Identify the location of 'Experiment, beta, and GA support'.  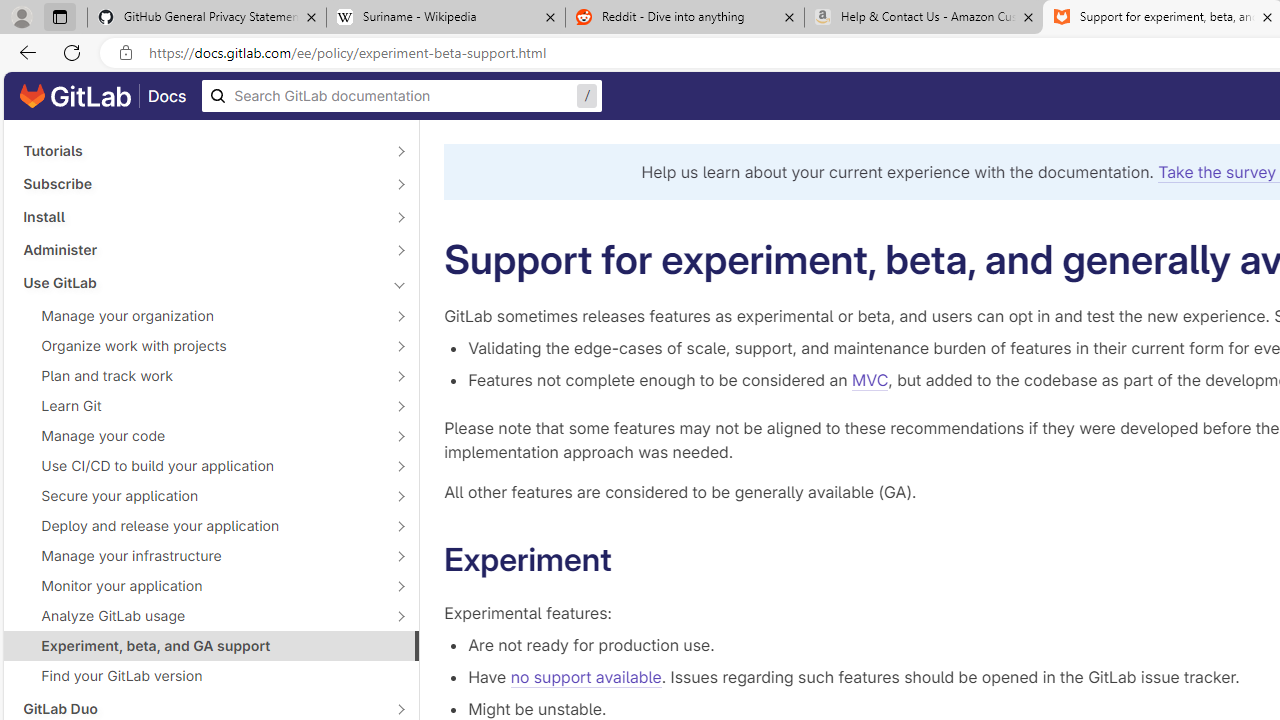
(211, 645).